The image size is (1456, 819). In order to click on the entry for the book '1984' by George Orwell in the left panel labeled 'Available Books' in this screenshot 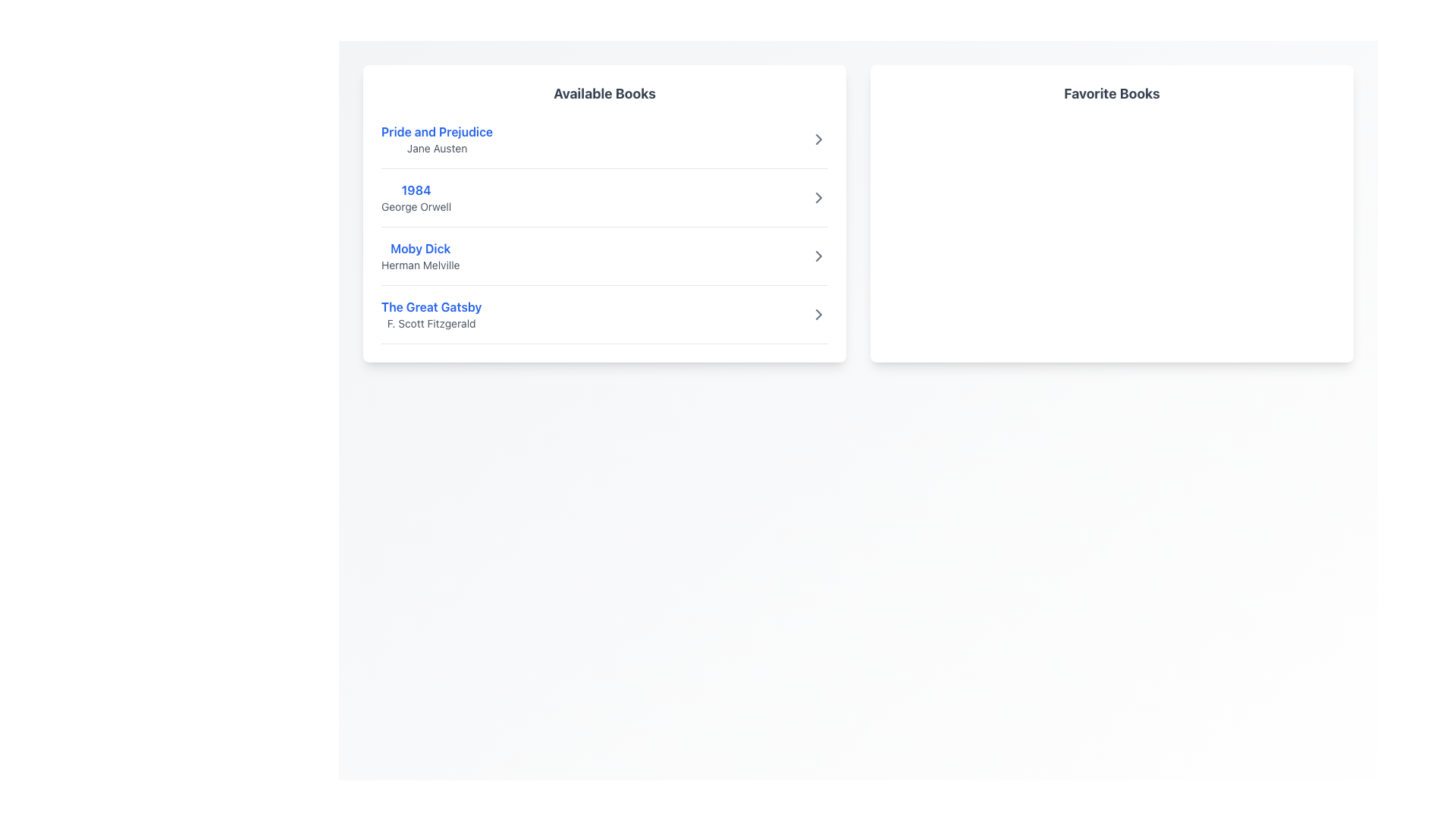, I will do `click(416, 197)`.